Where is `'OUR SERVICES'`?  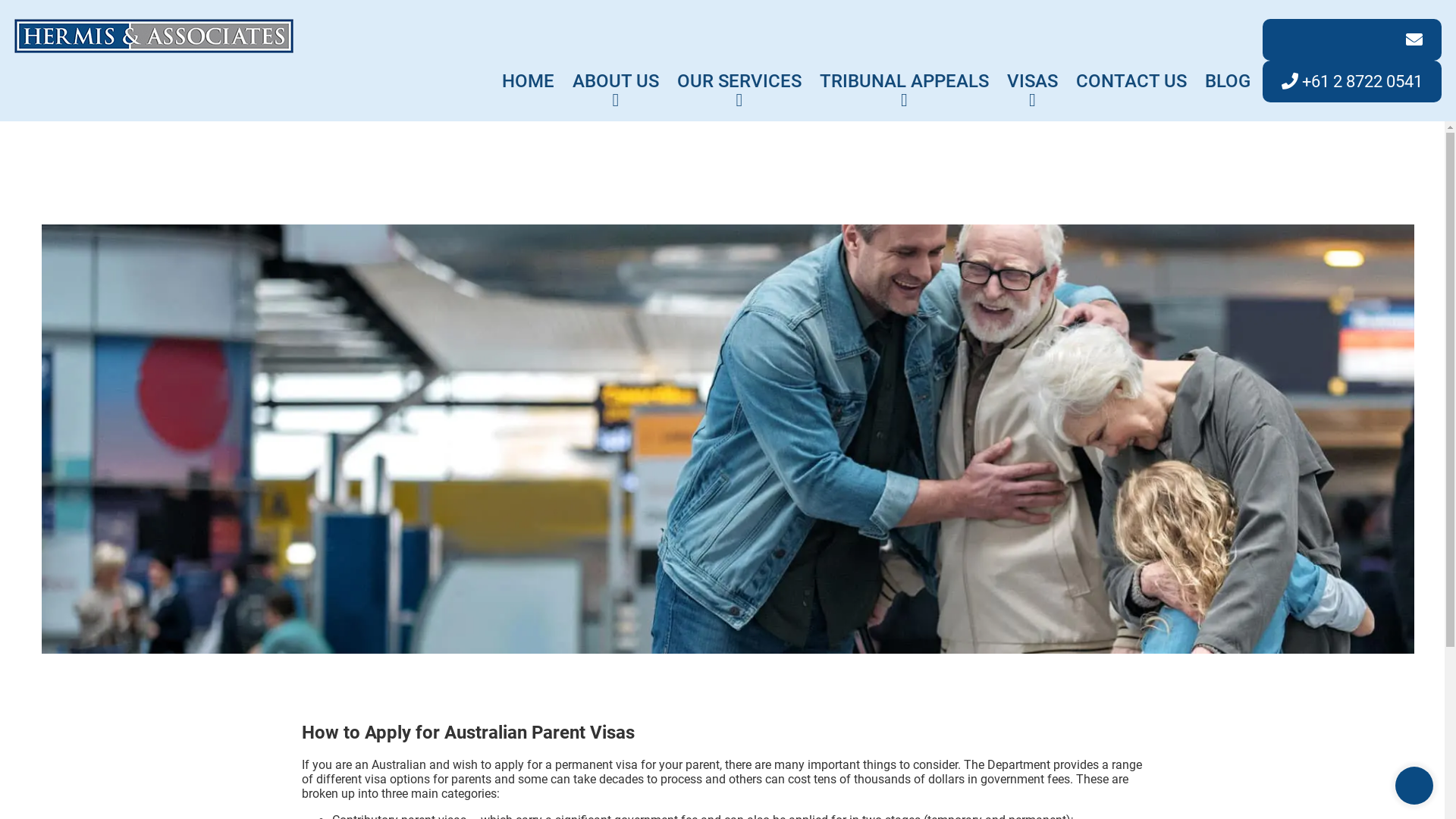
'OUR SERVICES' is located at coordinates (739, 73).